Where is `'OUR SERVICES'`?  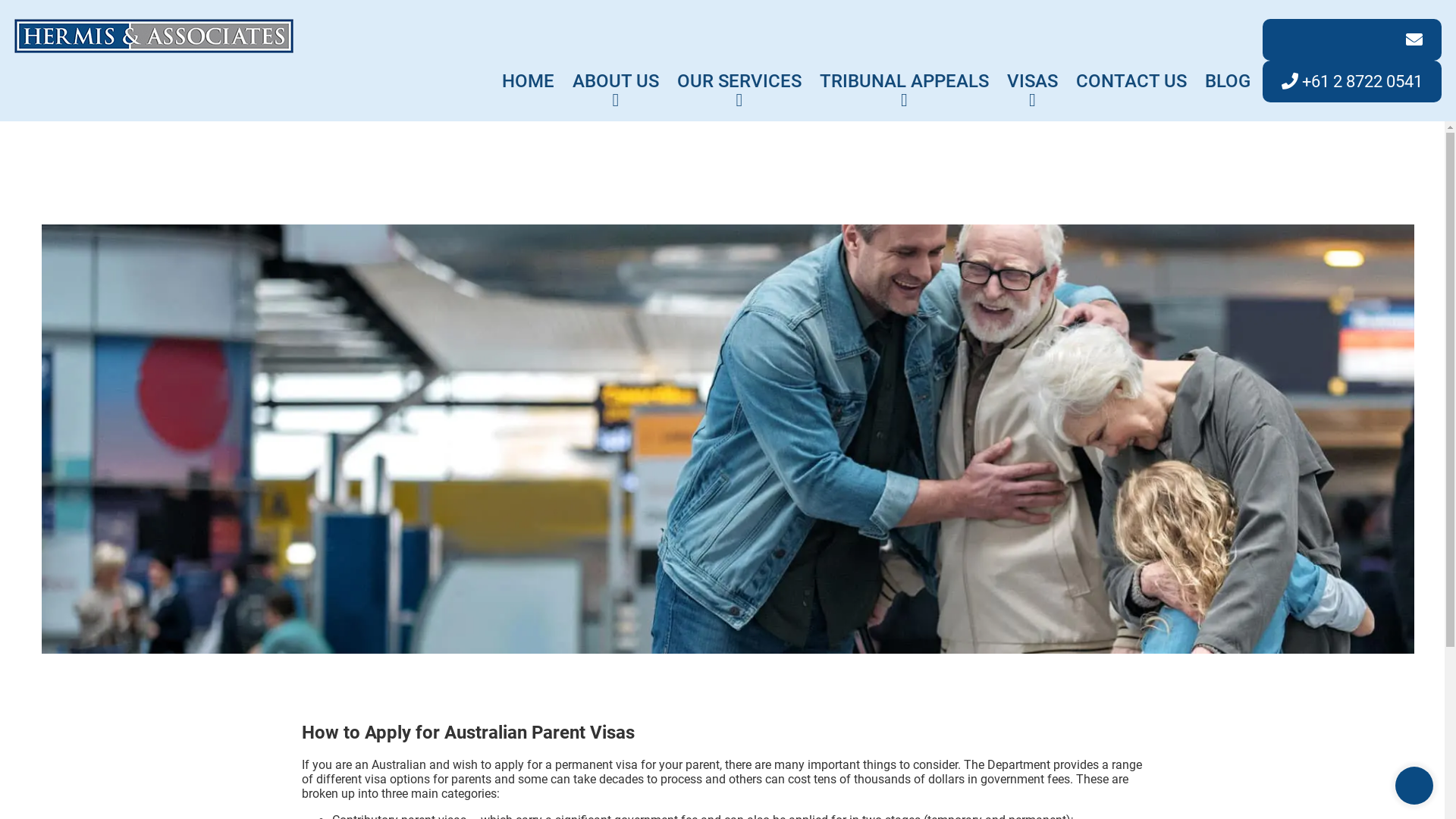
'OUR SERVICES' is located at coordinates (739, 73).